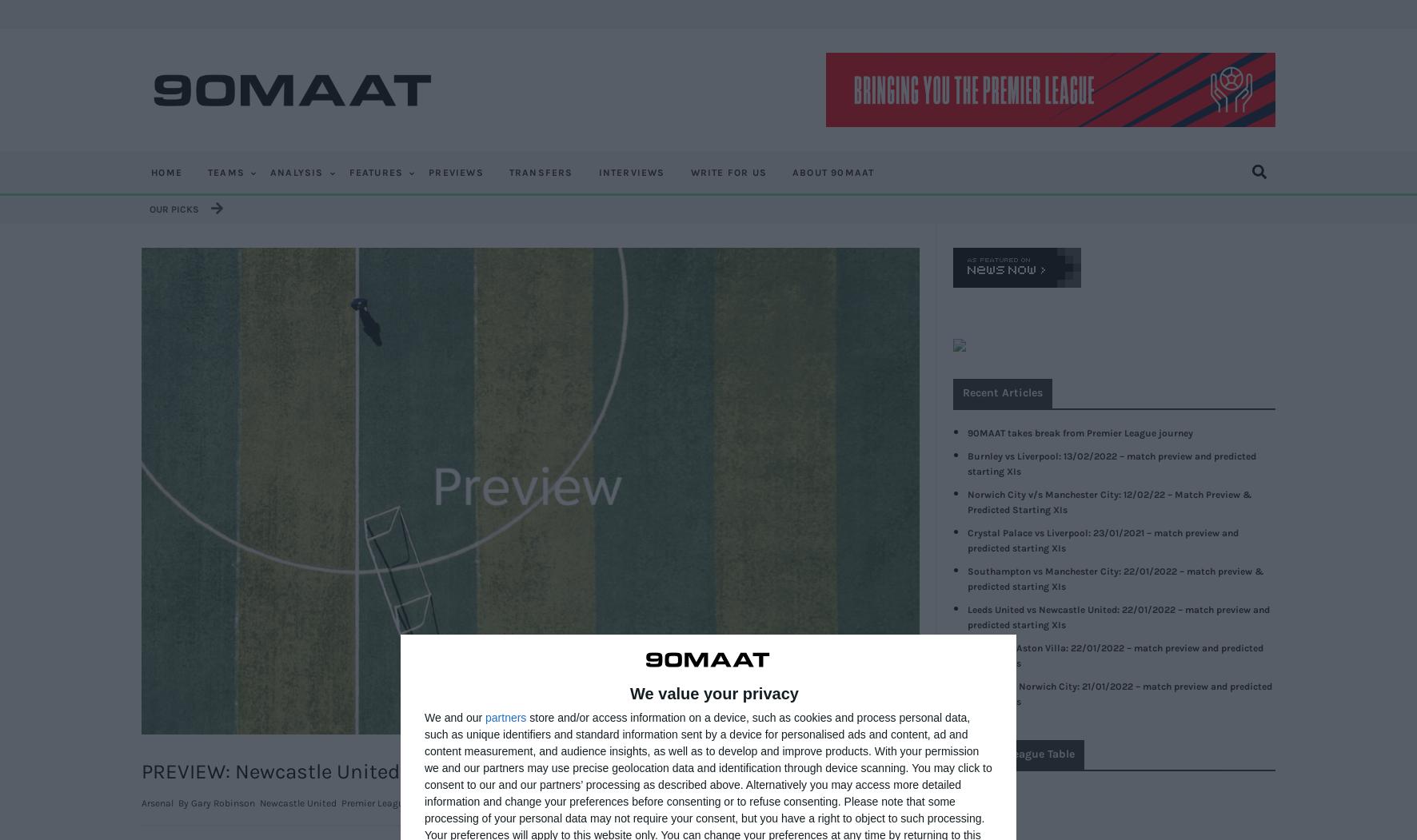 The height and width of the screenshot is (840, 1417). I want to click on 'ABOUT 90MAAT', so click(832, 171).